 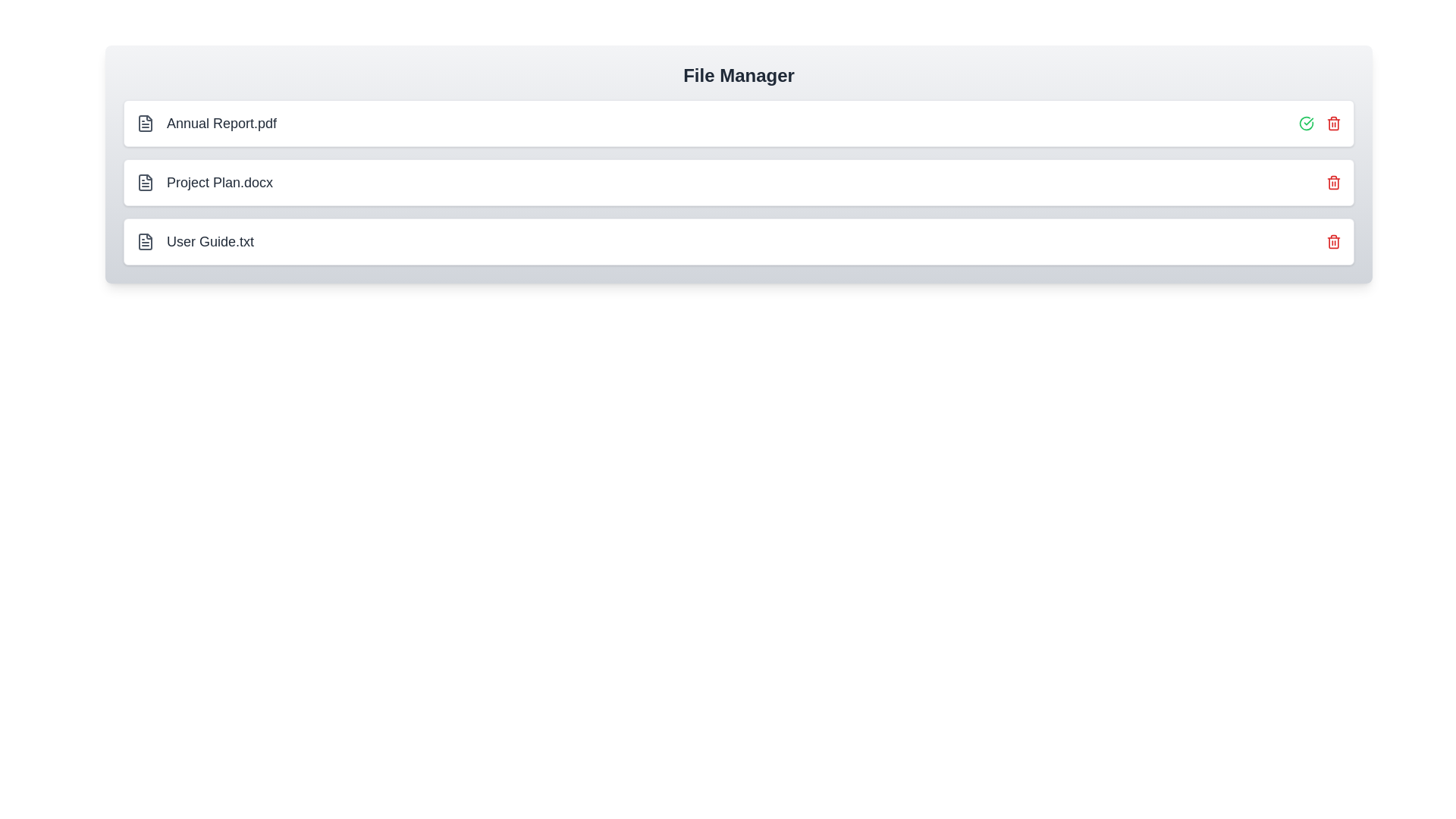 I want to click on the file entry named 'Project Plan.docx' in the file manager, which is the second item in the list between 'Annual Report.pdf' and 'User Guide.txt', so click(x=739, y=181).